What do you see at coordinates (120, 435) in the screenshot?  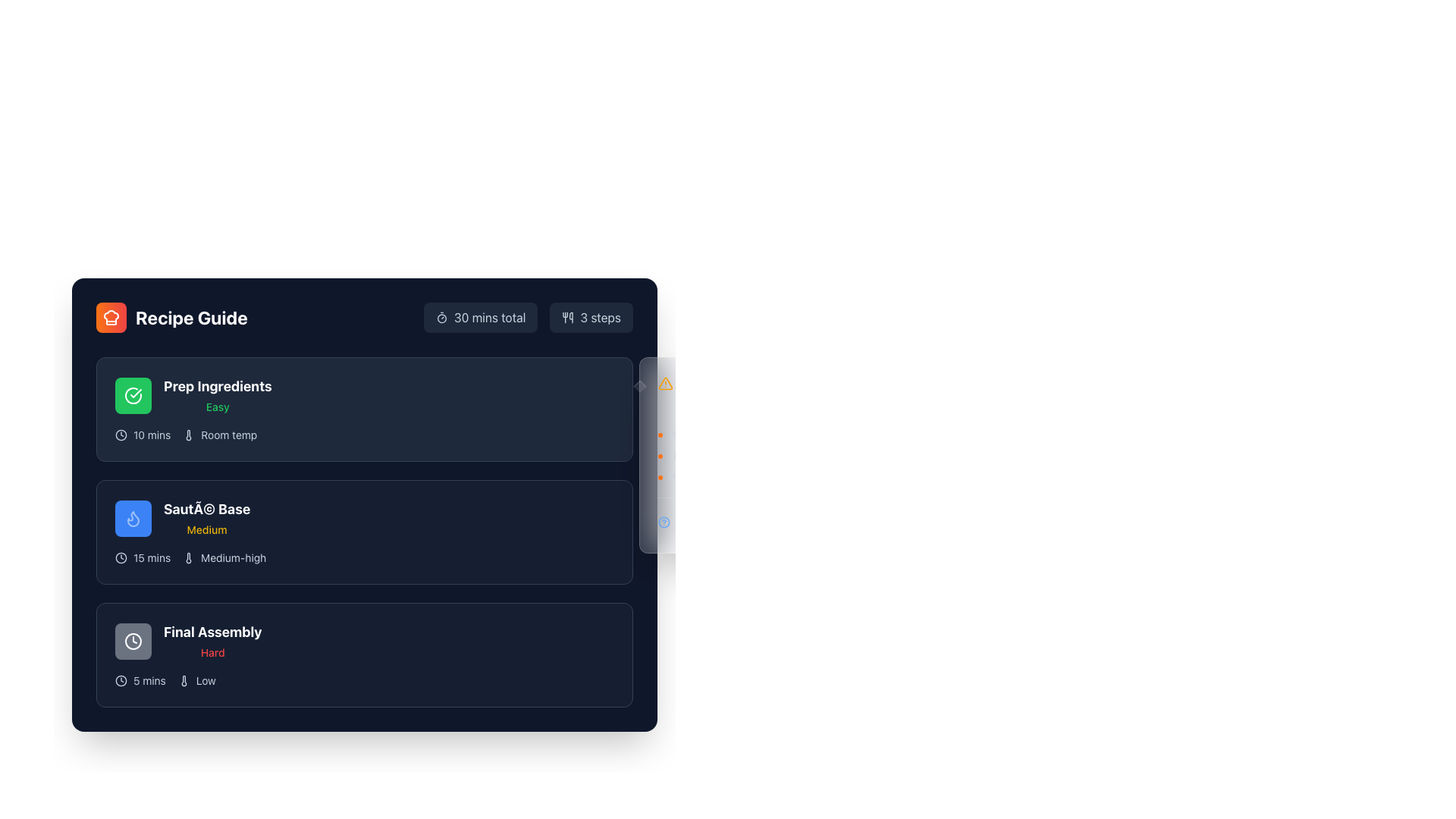 I see `the details of the Icon that visually indicates a time duration for the task 'Prep Ingredients', located to the left of '10 mins' and below the green checkmark icon` at bounding box center [120, 435].